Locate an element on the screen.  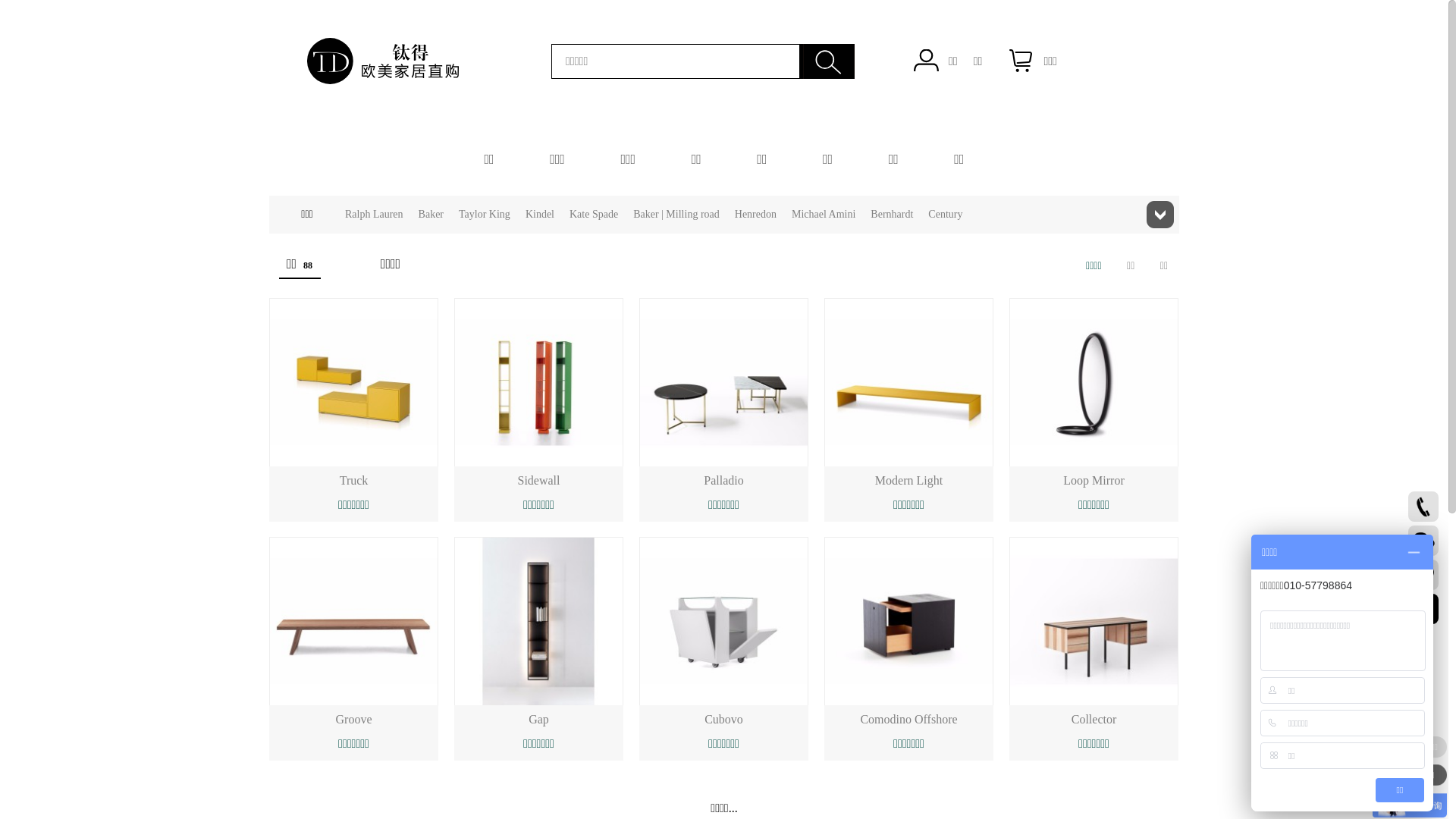
'Henredon' is located at coordinates (755, 214).